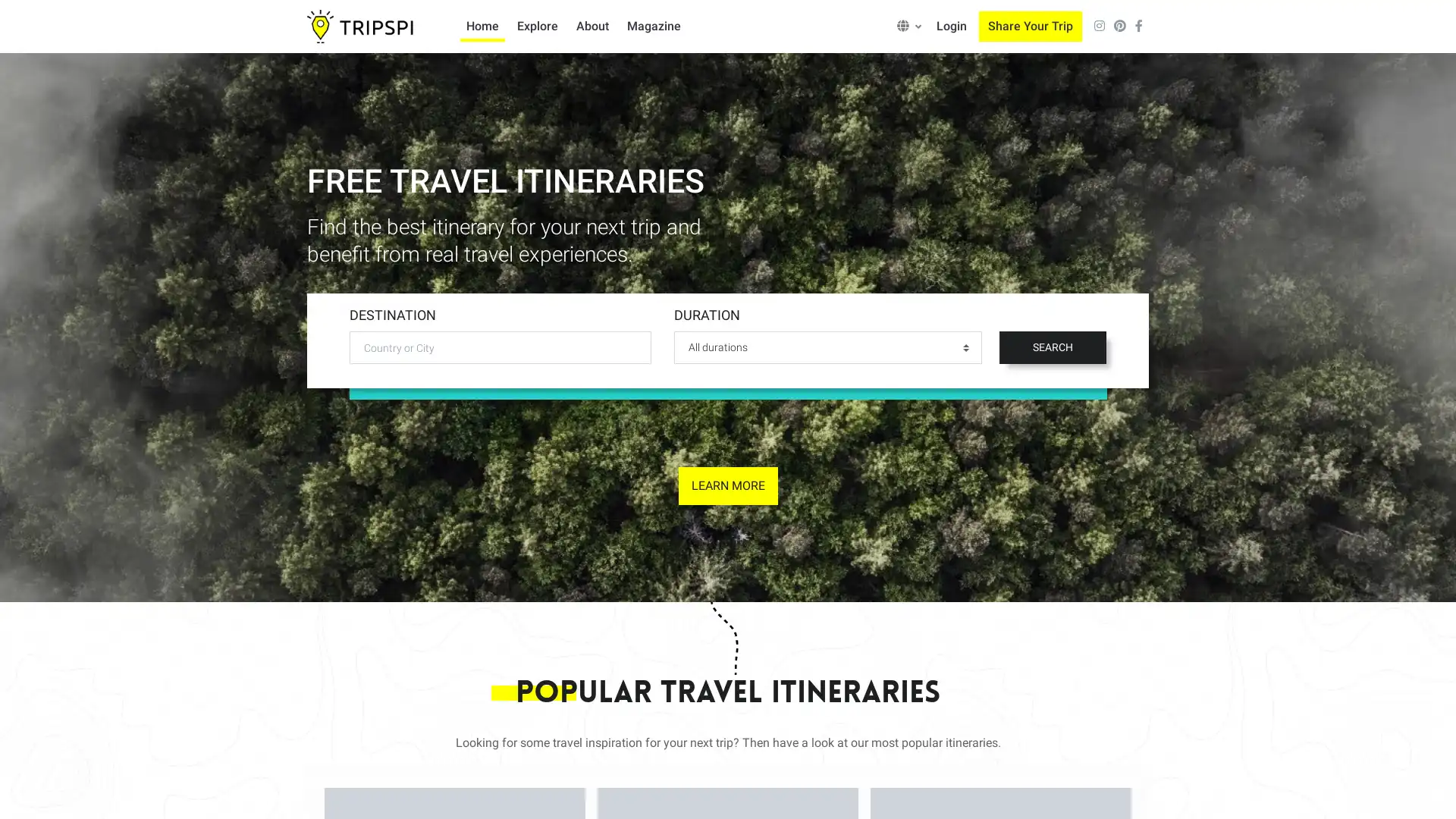 This screenshot has height=819, width=1456. What do you see at coordinates (1051, 347) in the screenshot?
I see `SEARCH` at bounding box center [1051, 347].